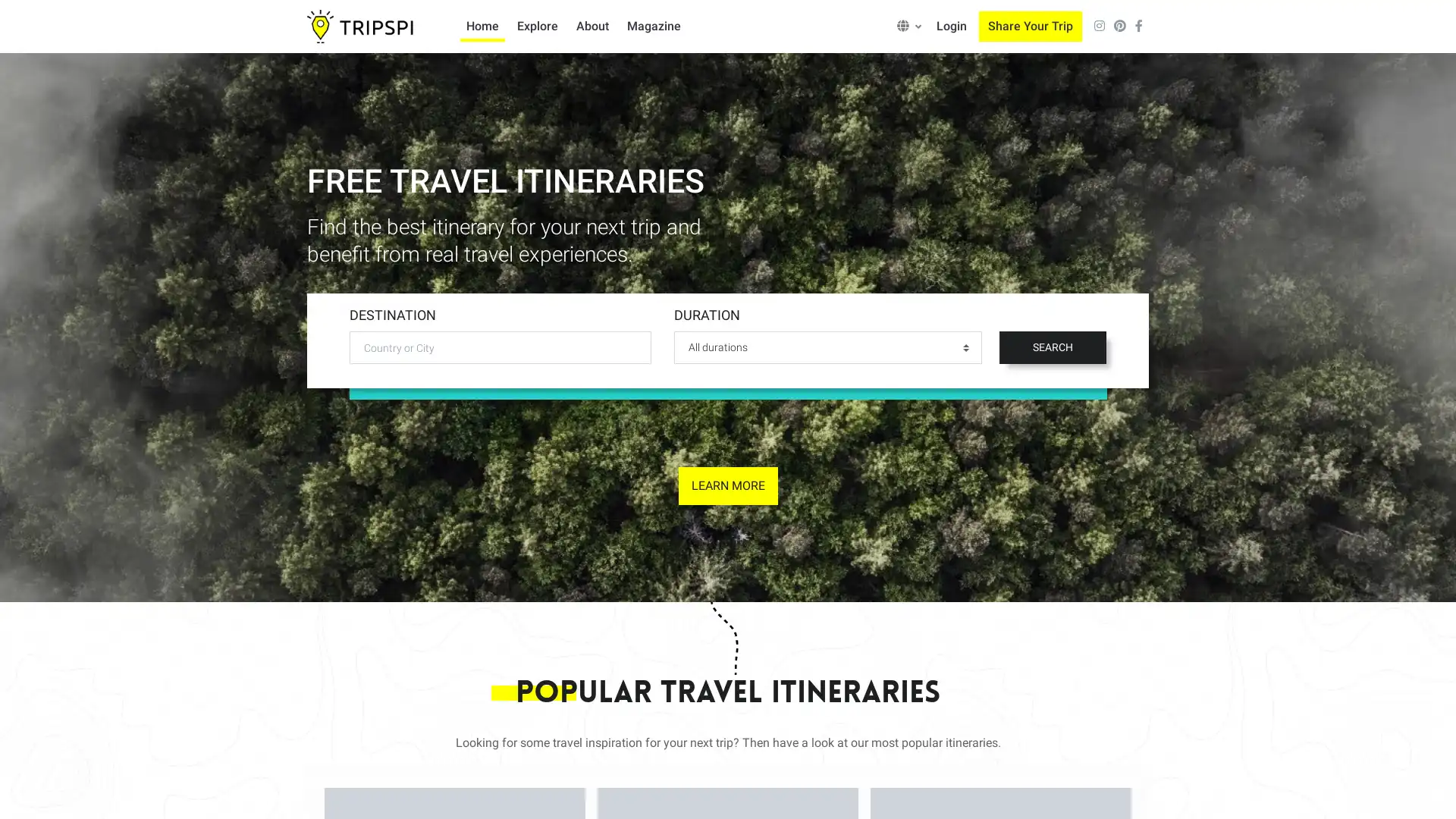 This screenshot has height=819, width=1456. What do you see at coordinates (1051, 347) in the screenshot?
I see `SEARCH` at bounding box center [1051, 347].